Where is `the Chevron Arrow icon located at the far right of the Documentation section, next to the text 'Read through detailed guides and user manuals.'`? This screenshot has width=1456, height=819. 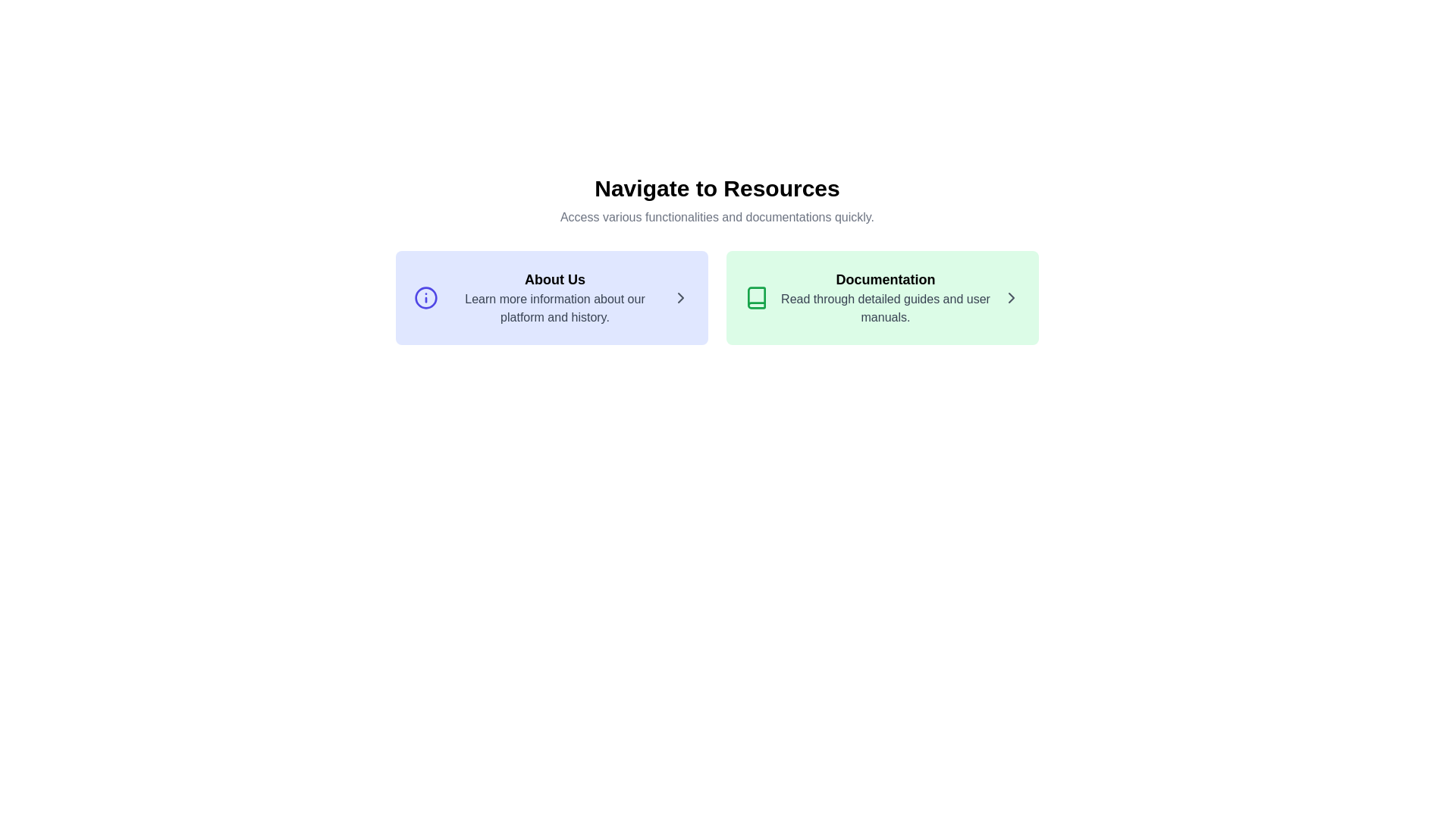 the Chevron Arrow icon located at the far right of the Documentation section, next to the text 'Read through detailed guides and user manuals.' is located at coordinates (1012, 298).